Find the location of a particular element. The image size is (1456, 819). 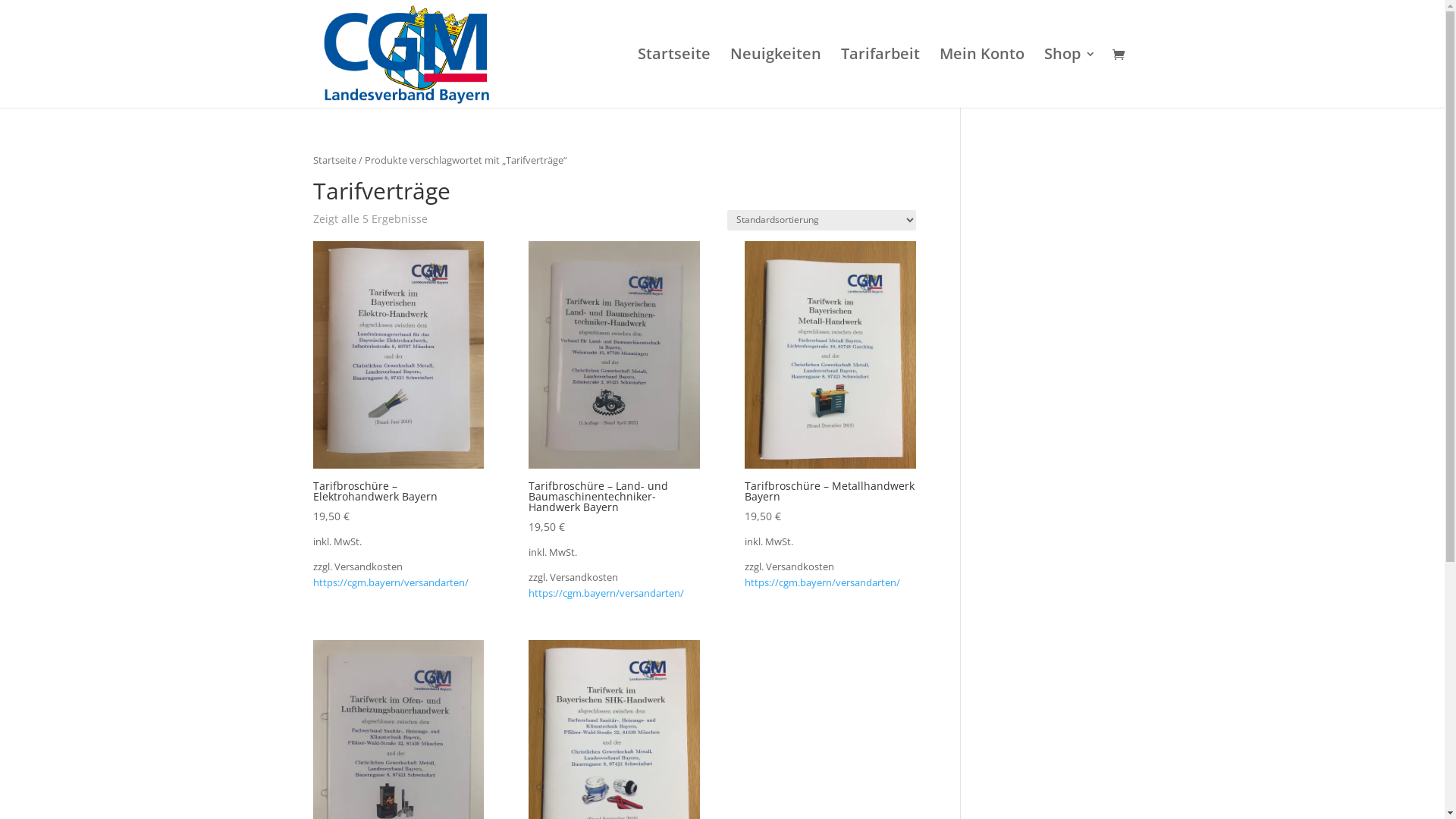

'Mein Konto' is located at coordinates (981, 78).